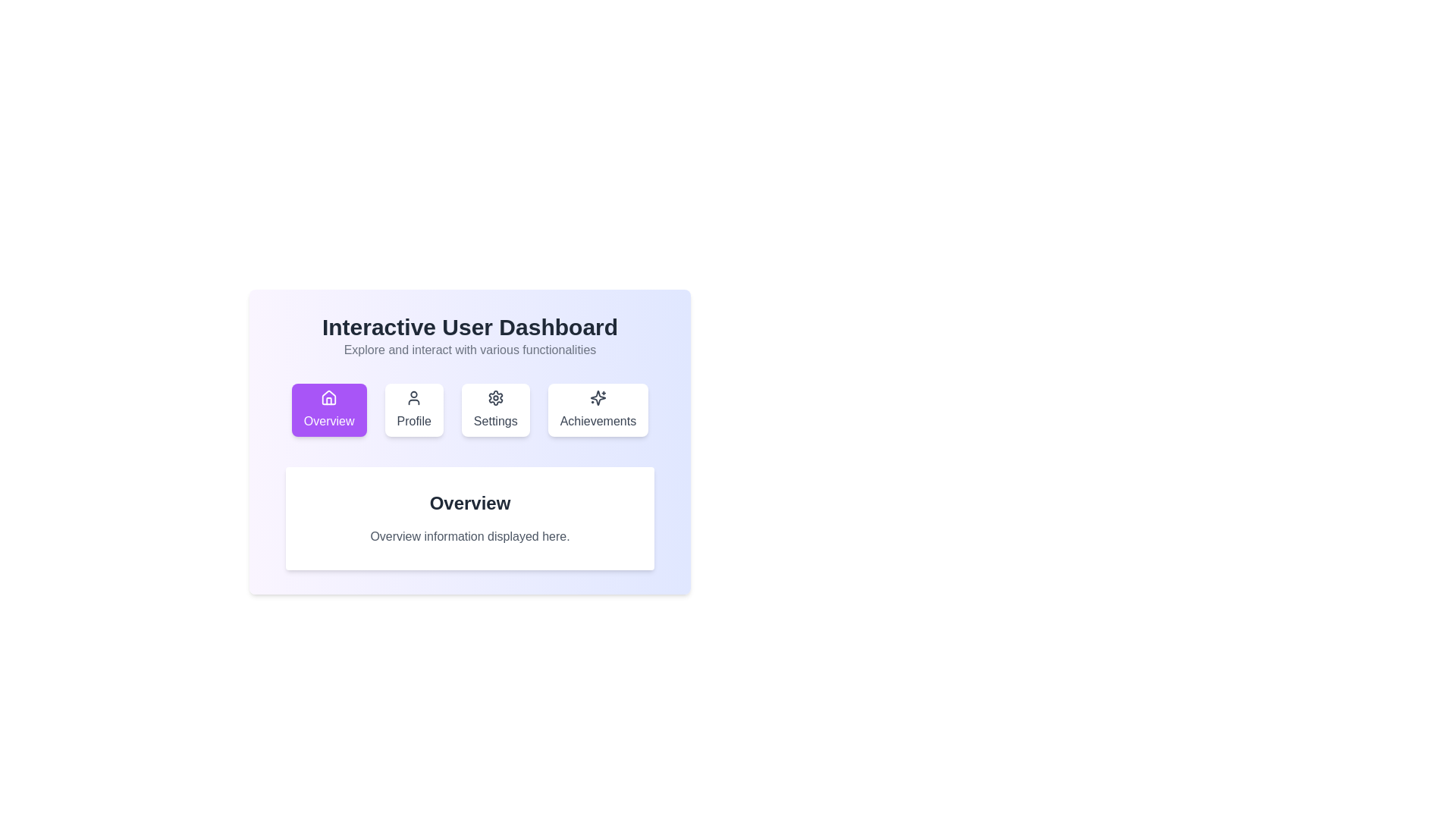  I want to click on the visual indication of the house icon representing the 'Overview' navigation button located in the top left section of the interface, so click(328, 397).